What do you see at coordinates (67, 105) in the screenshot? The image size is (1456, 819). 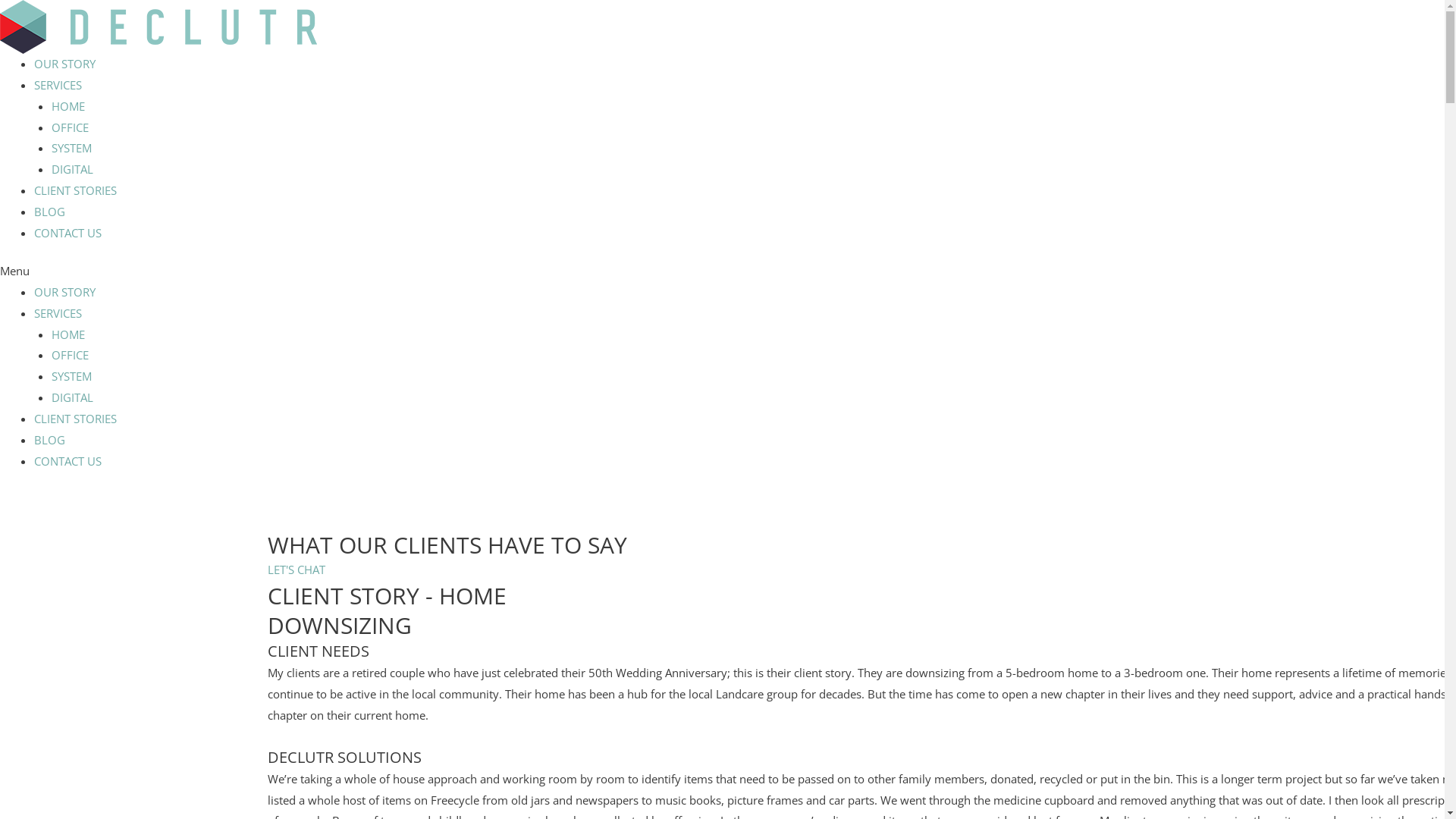 I see `'HOME'` at bounding box center [67, 105].